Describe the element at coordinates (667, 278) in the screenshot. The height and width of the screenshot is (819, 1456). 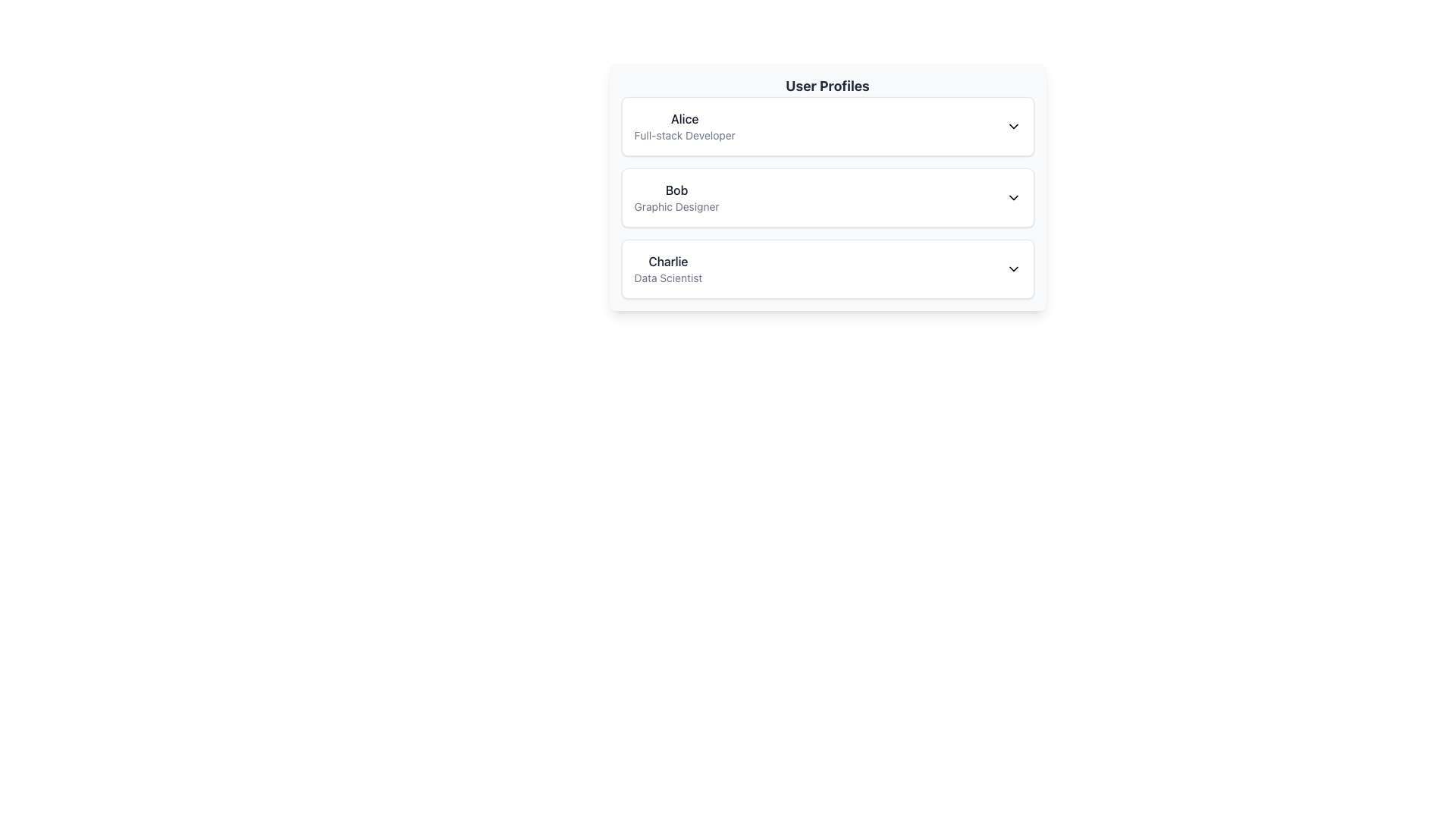
I see `the 'Data Scientist' text label located beneath the name 'Charlie' in the third entry of the 'User Profiles' list` at that location.